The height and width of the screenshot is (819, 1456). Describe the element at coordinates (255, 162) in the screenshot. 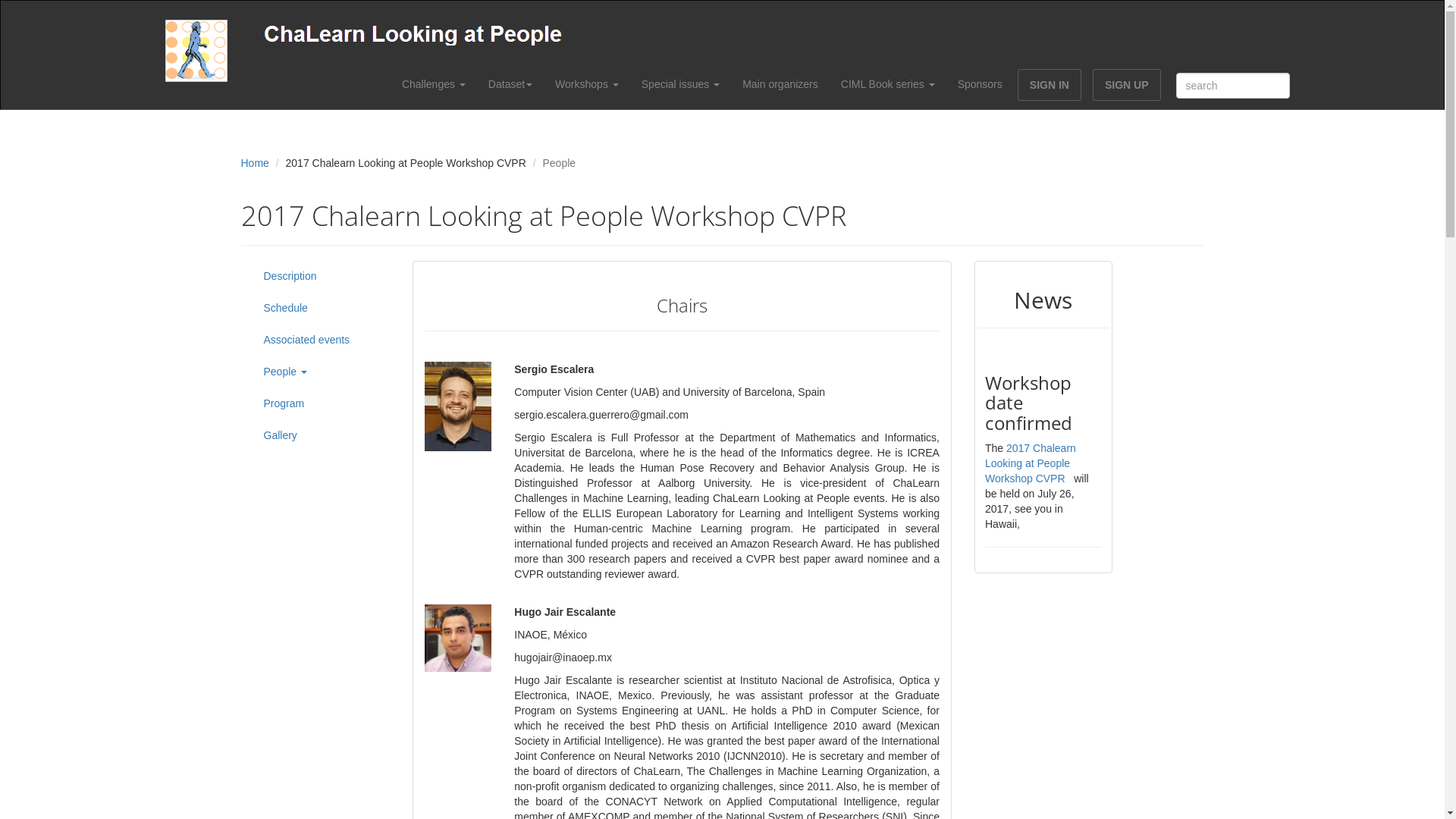

I see `'Home'` at that location.